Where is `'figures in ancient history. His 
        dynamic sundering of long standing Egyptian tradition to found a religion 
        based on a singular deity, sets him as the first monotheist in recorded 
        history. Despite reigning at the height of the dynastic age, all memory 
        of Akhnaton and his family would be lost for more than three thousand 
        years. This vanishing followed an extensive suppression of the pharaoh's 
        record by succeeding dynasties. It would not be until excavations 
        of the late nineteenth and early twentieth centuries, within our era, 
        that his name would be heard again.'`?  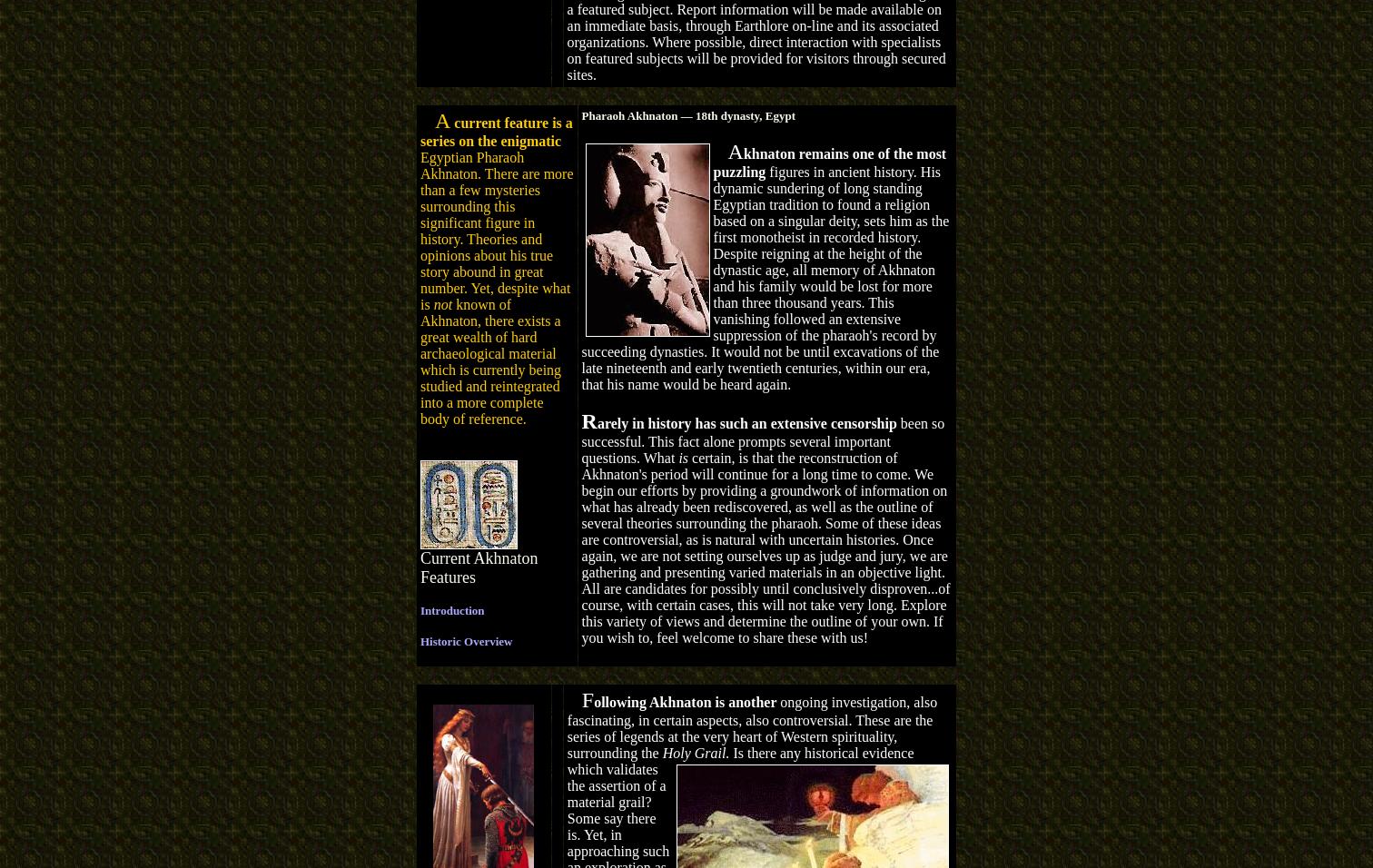 'figures in ancient history. His 
        dynamic sundering of long standing Egyptian tradition to found a religion 
        based on a singular deity, sets him as the first monotheist in recorded 
        history. Despite reigning at the height of the dynastic age, all memory 
        of Akhnaton and his family would be lost for more than three thousand 
        years. This vanishing followed an extensive suppression of the pharaoh's 
        record by succeeding dynasties. It would not be until excavations 
        of the late nineteenth and early twentieth centuries, within our era, 
        that his name would be heard again.' is located at coordinates (581, 276).